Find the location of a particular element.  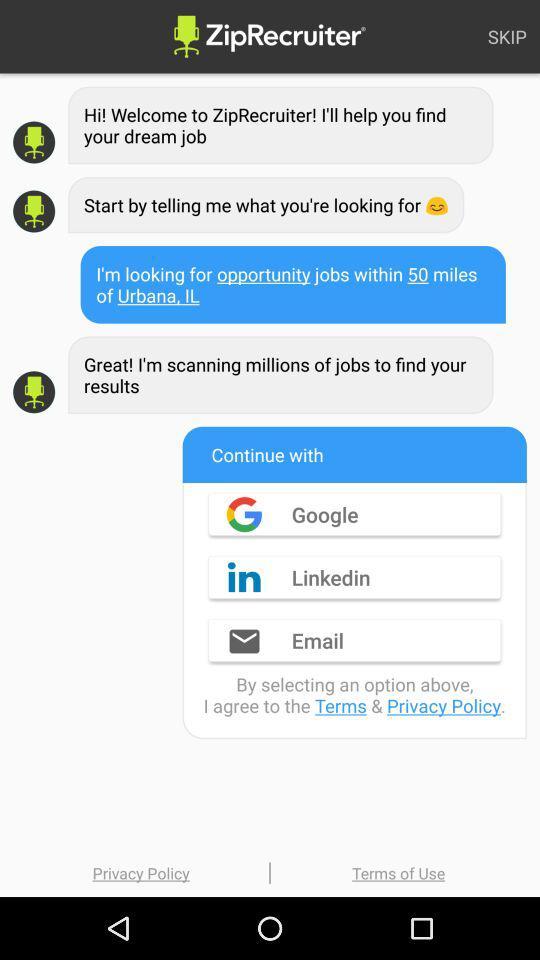

skip is located at coordinates (507, 35).